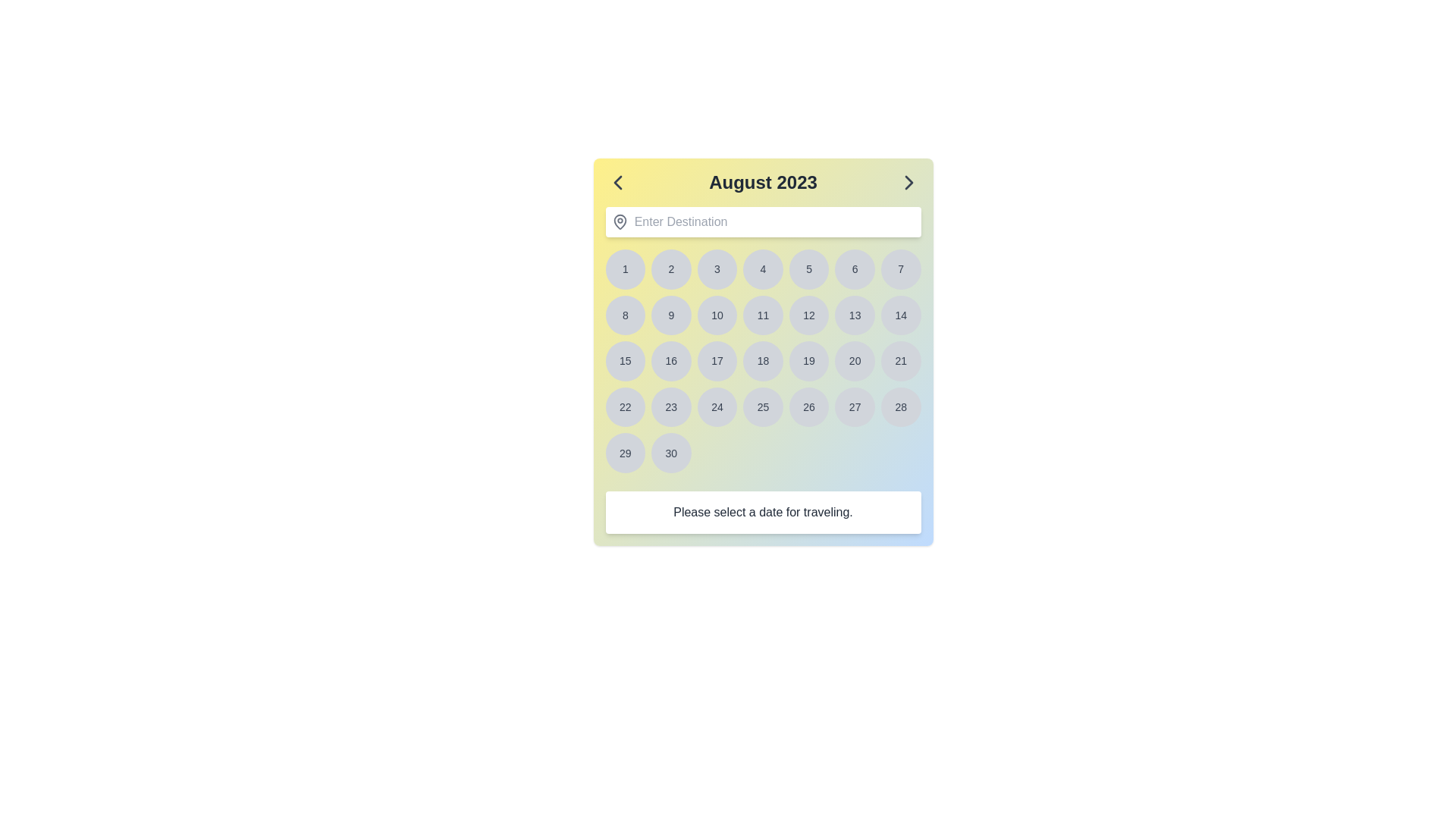  What do you see at coordinates (716, 406) in the screenshot?
I see `the circular button labeled '24' in the calendar display interface, located in the fourth row and fourth column of the grid layout` at bounding box center [716, 406].